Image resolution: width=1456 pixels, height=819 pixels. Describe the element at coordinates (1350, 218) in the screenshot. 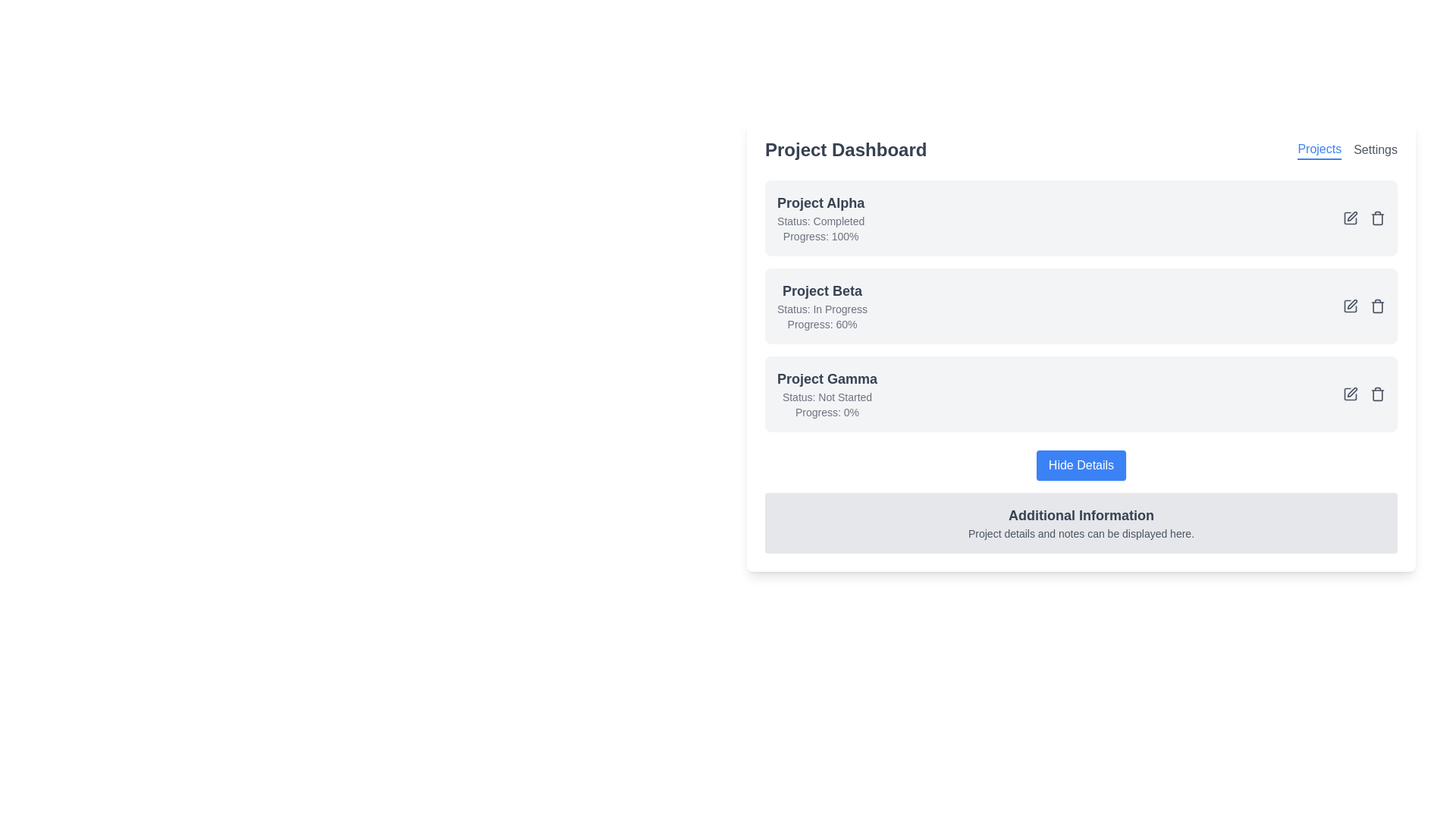

I see `the top left portion of the 'square and pen' icon representing the 'edit' functionality for 'Project Alpha' in the 'Project Dashboard'` at that location.